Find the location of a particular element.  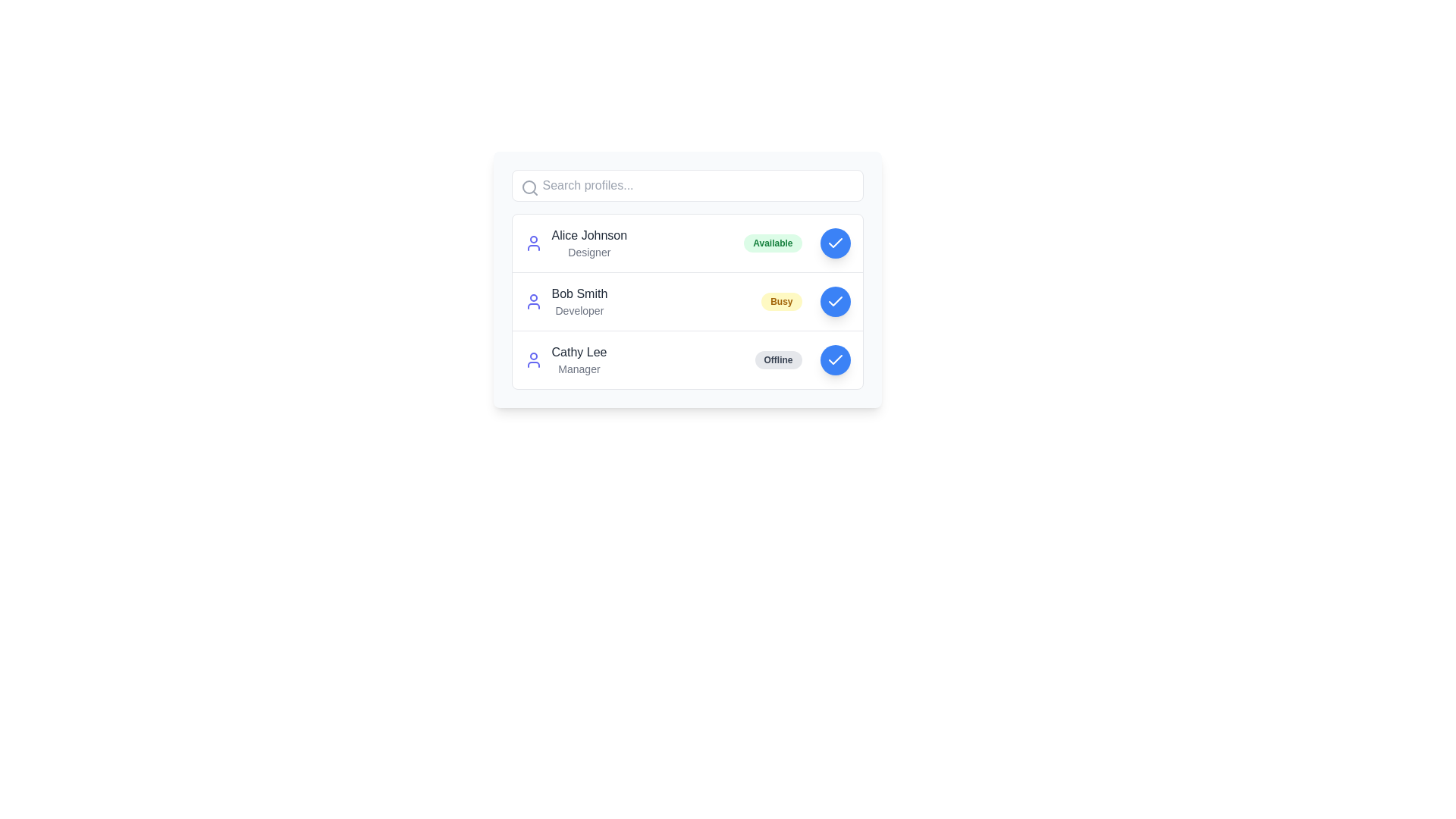

the Text Pair element displaying the identity of a specific individual located in the third row of the user list is located at coordinates (578, 359).